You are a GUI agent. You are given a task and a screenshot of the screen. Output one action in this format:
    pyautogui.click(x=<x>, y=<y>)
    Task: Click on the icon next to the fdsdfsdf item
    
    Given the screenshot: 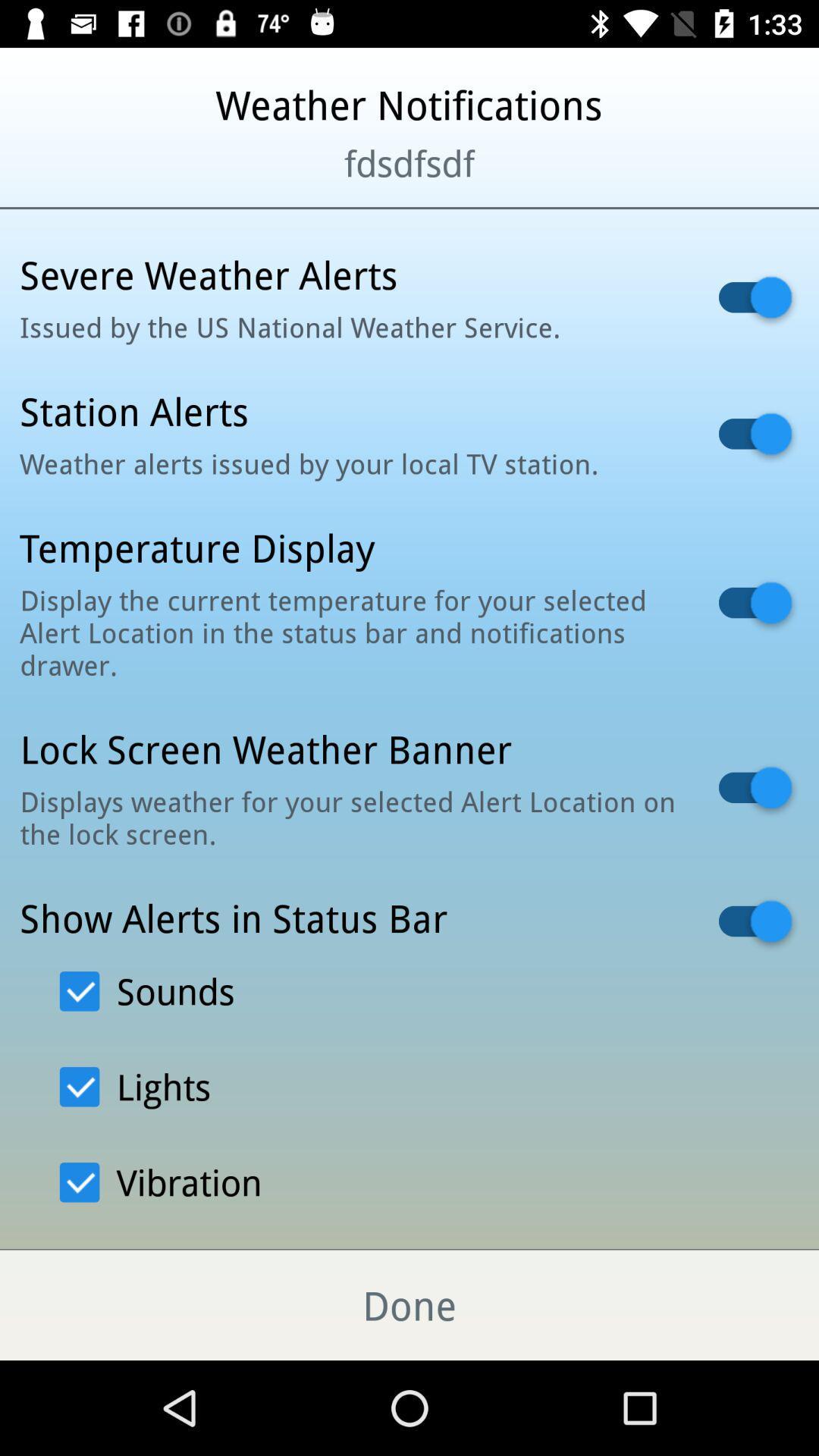 What is the action you would take?
    pyautogui.click(x=99, y=182)
    